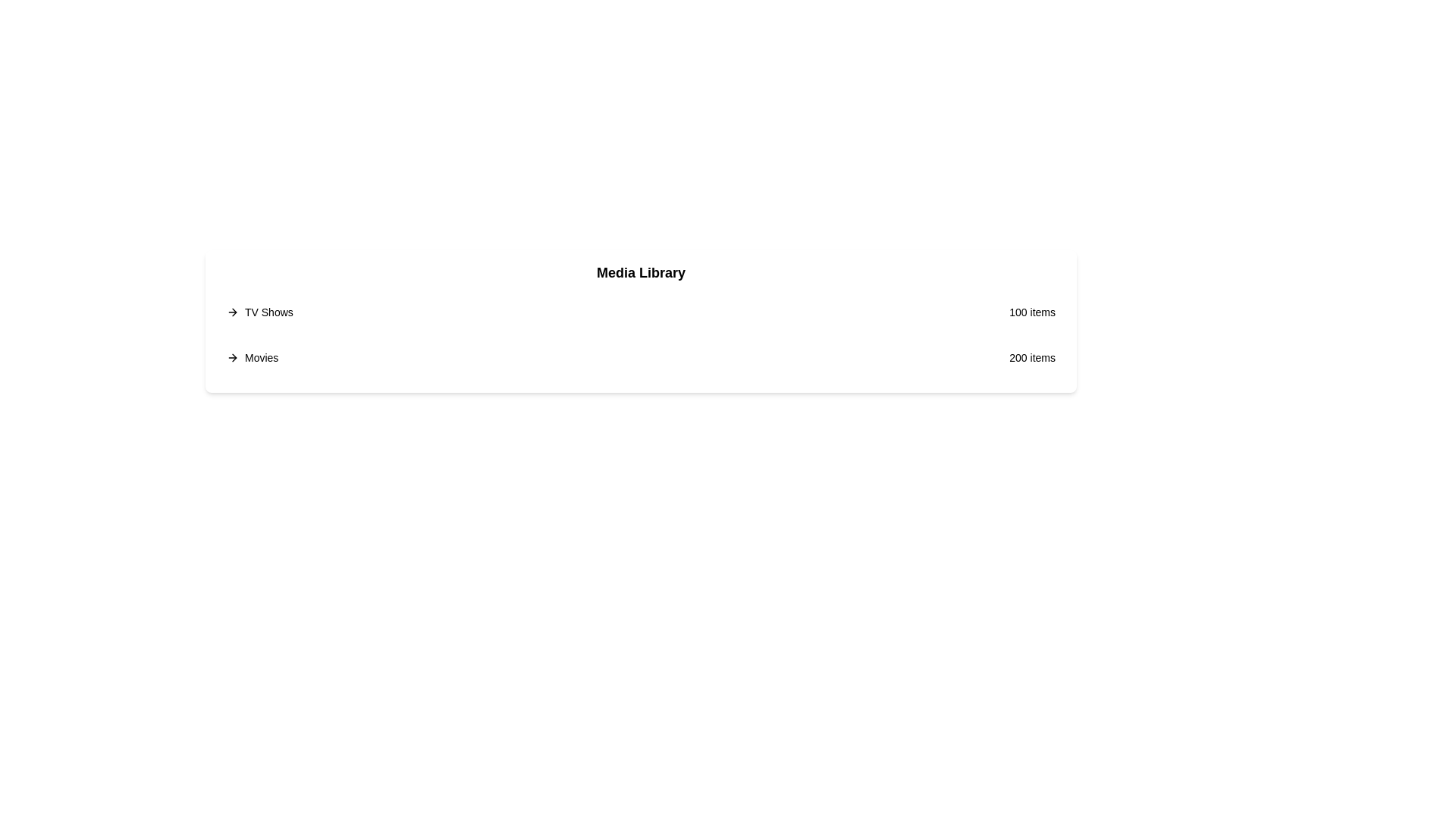 The image size is (1456, 819). What do you see at coordinates (232, 312) in the screenshot?
I see `the rightward arrow icon positioned to the left of the 'TV Shows' label in the interface` at bounding box center [232, 312].